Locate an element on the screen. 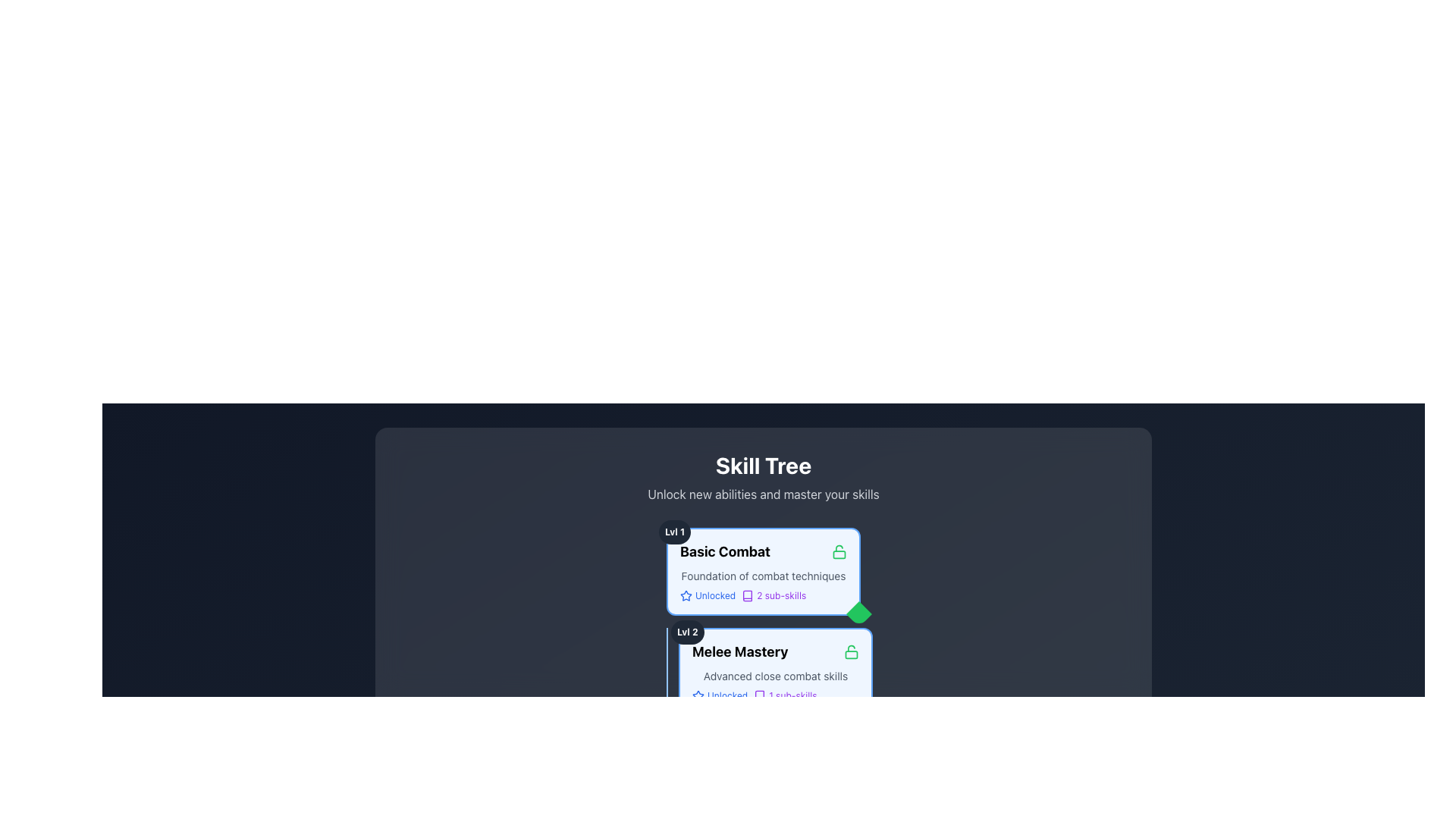 The width and height of the screenshot is (1456, 819). the text label displaying 'Lvl 1' which is styled in a small bold font, white color on a dark background, located in a rounded rectangular badge near the top-left corner of the 'Basic Combat' section in the skill tree interface is located at coordinates (674, 532).